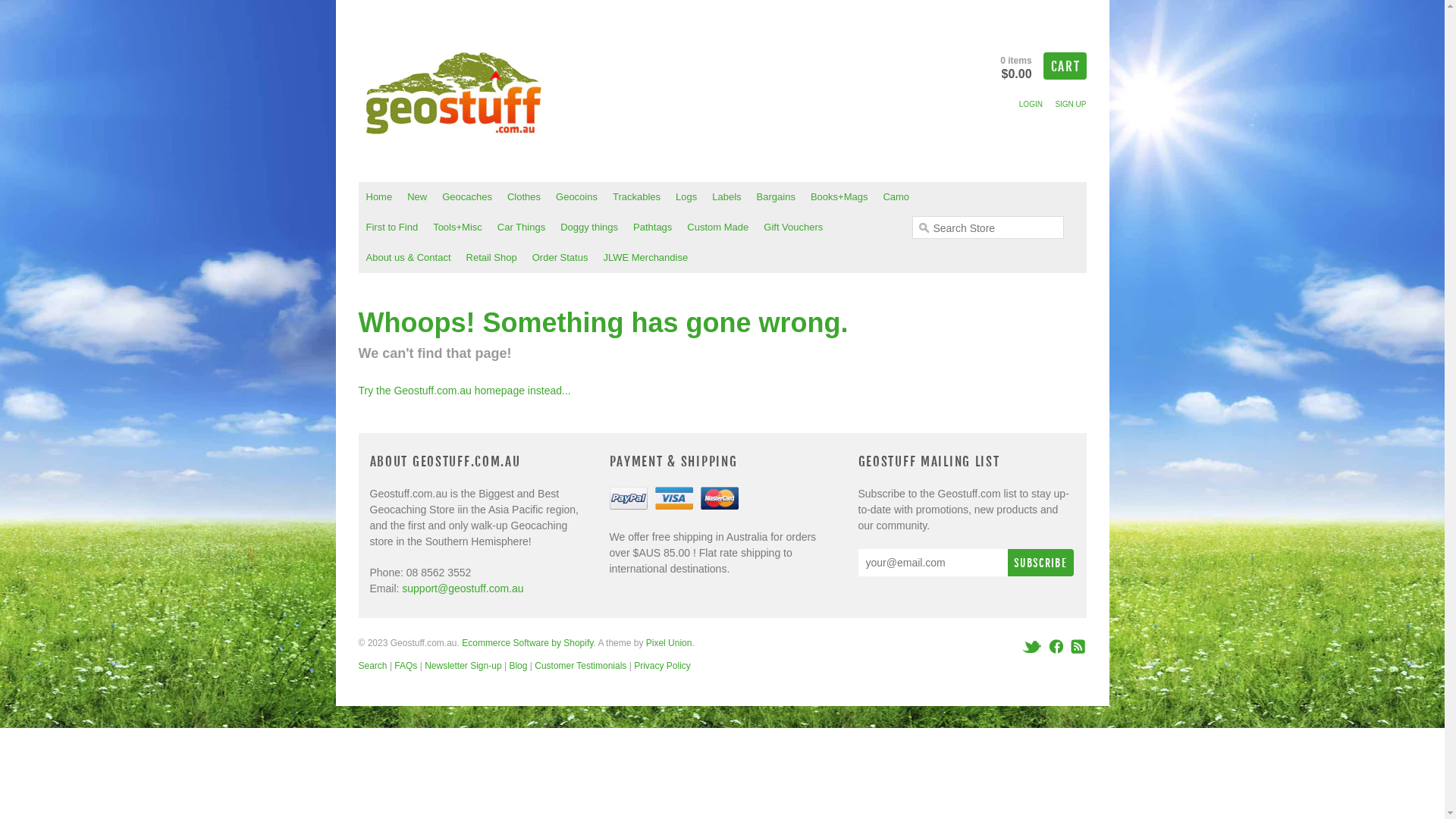 Image resolution: width=1456 pixels, height=819 pixels. I want to click on 'Bargains', so click(776, 196).